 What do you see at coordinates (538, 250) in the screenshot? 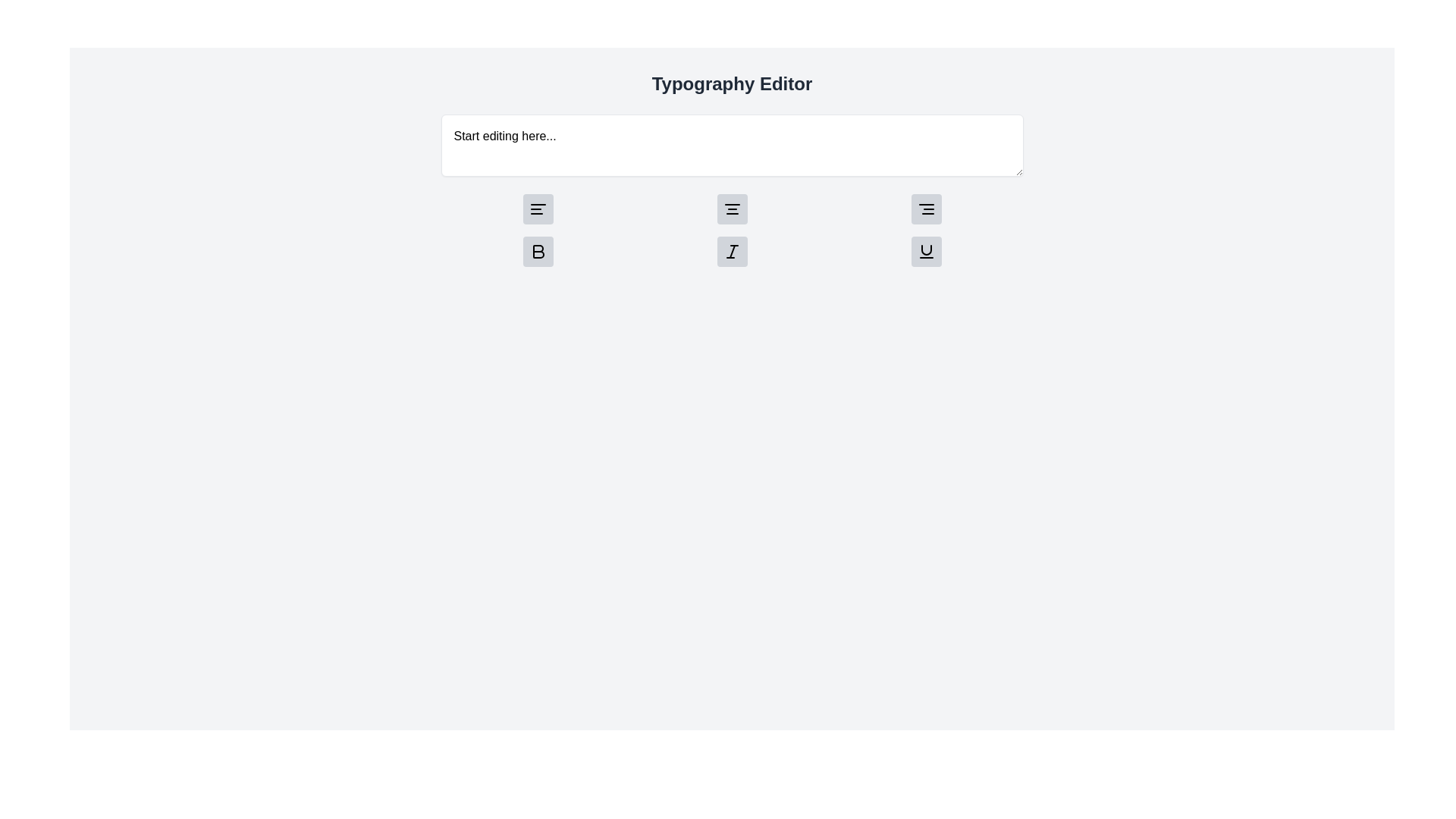
I see `the bold 'B' icon button` at bounding box center [538, 250].